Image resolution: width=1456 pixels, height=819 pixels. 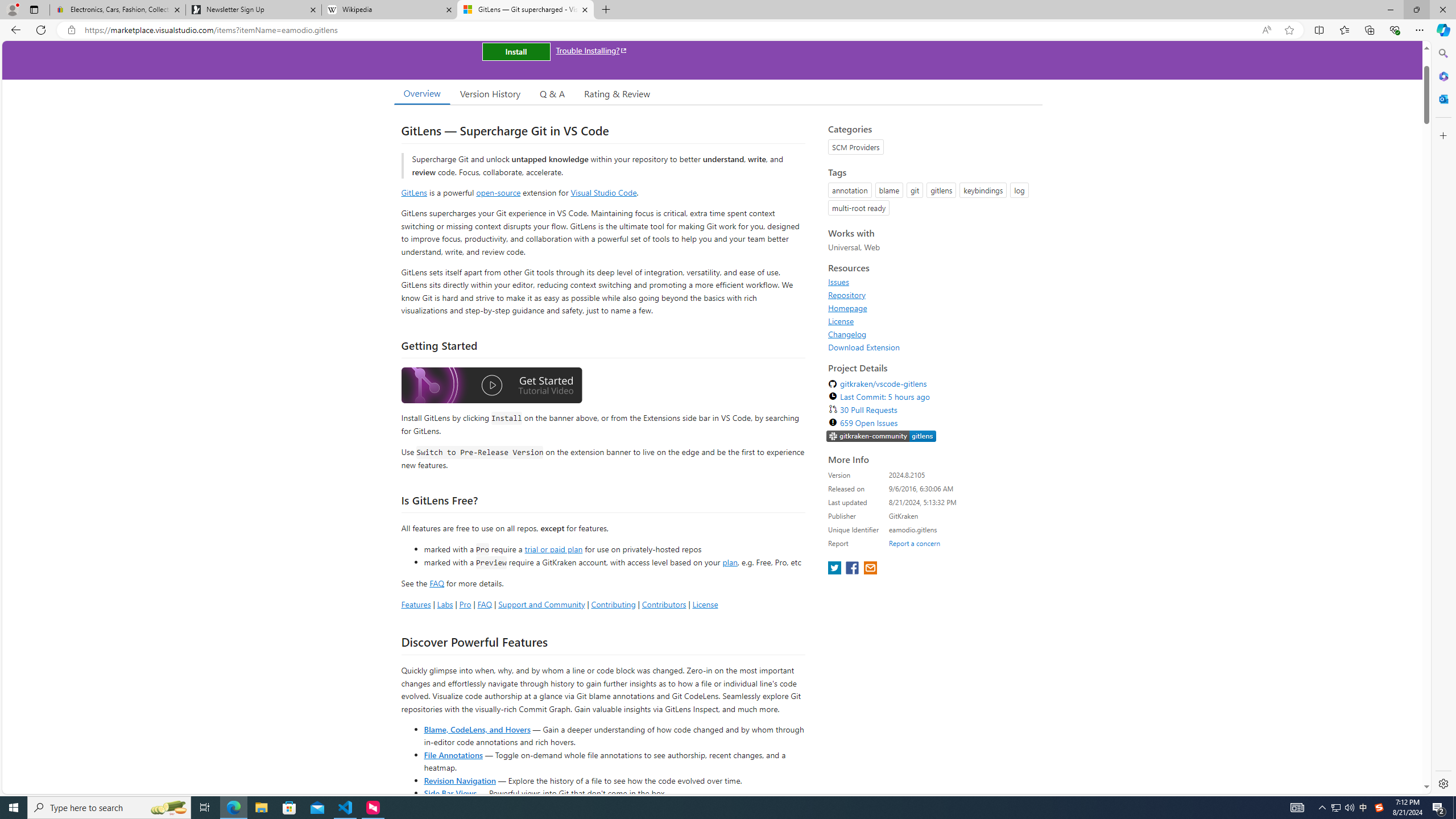 What do you see at coordinates (835, 568) in the screenshot?
I see `'share extension on twitter'` at bounding box center [835, 568].